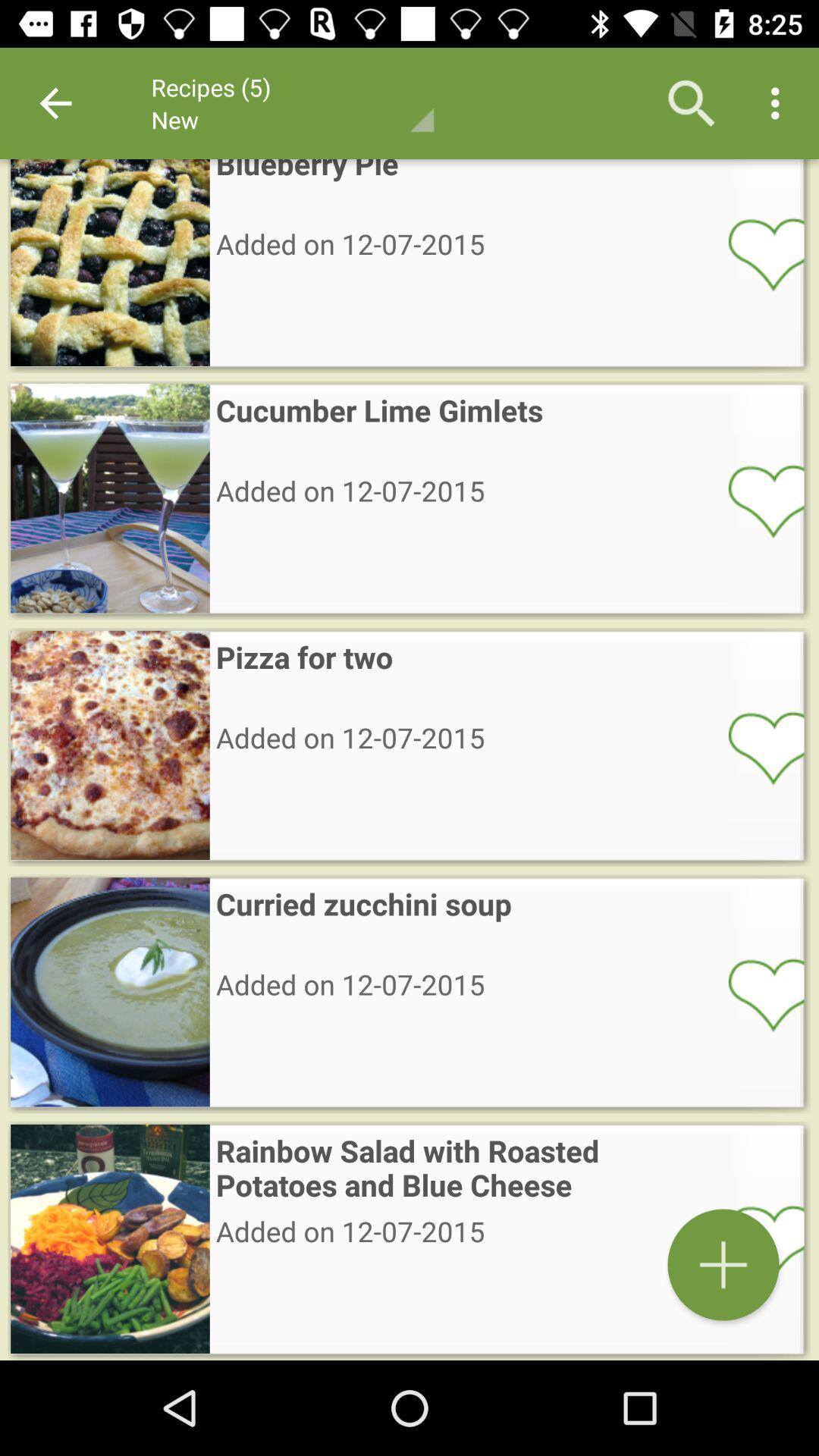  Describe the element at coordinates (756, 1241) in the screenshot. I see `add option` at that location.